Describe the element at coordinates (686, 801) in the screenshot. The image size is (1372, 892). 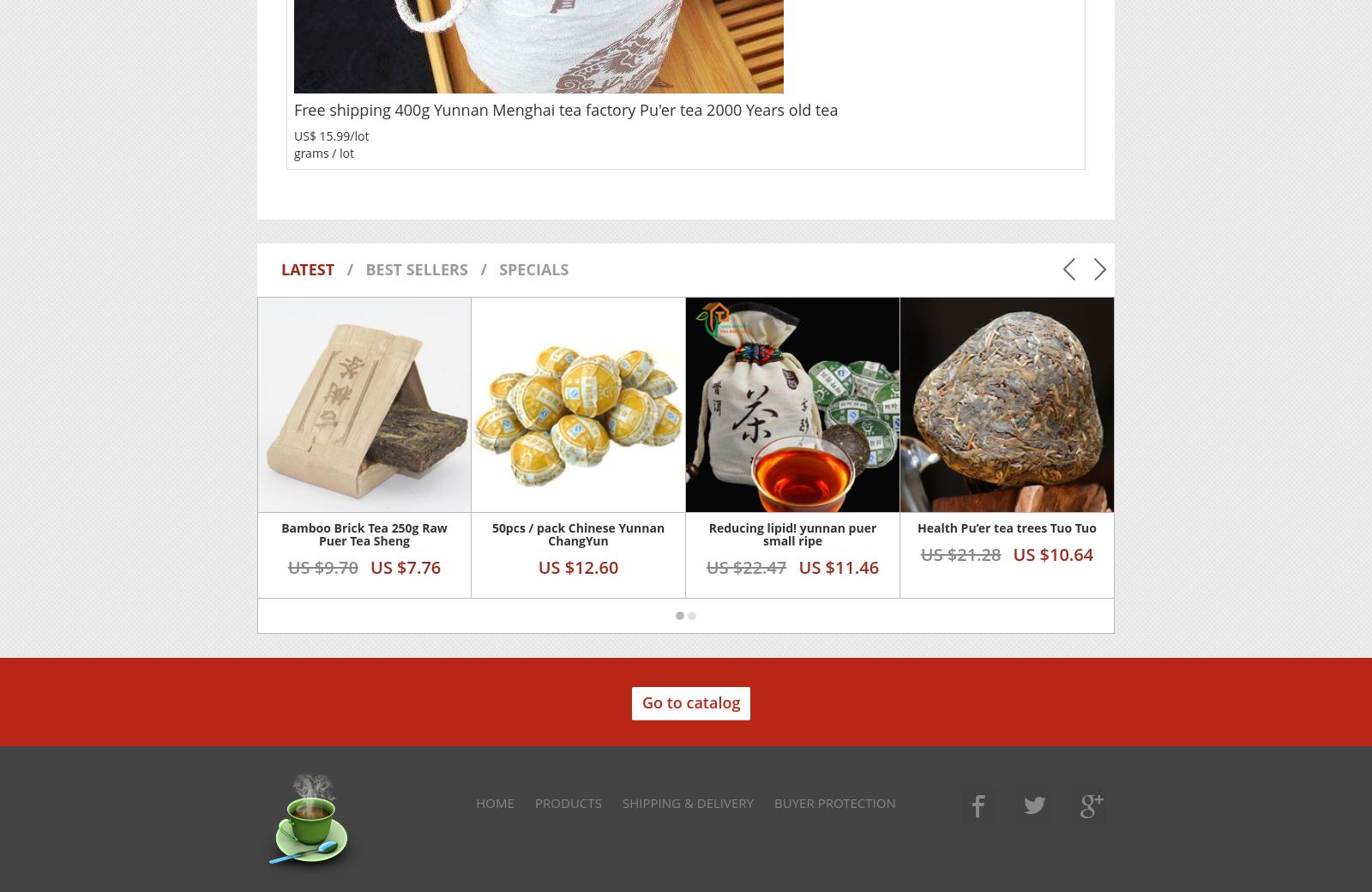
I see `'Shipping & Delivery'` at that location.